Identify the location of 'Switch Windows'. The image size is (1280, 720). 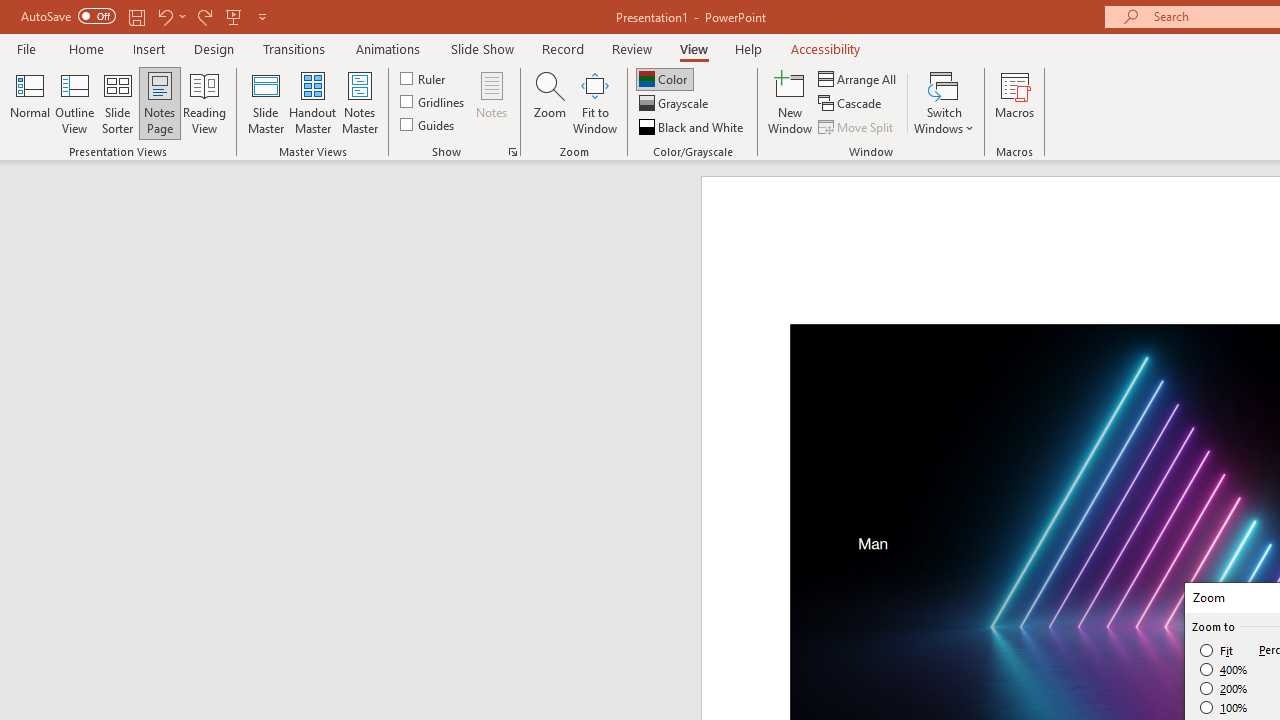
(943, 103).